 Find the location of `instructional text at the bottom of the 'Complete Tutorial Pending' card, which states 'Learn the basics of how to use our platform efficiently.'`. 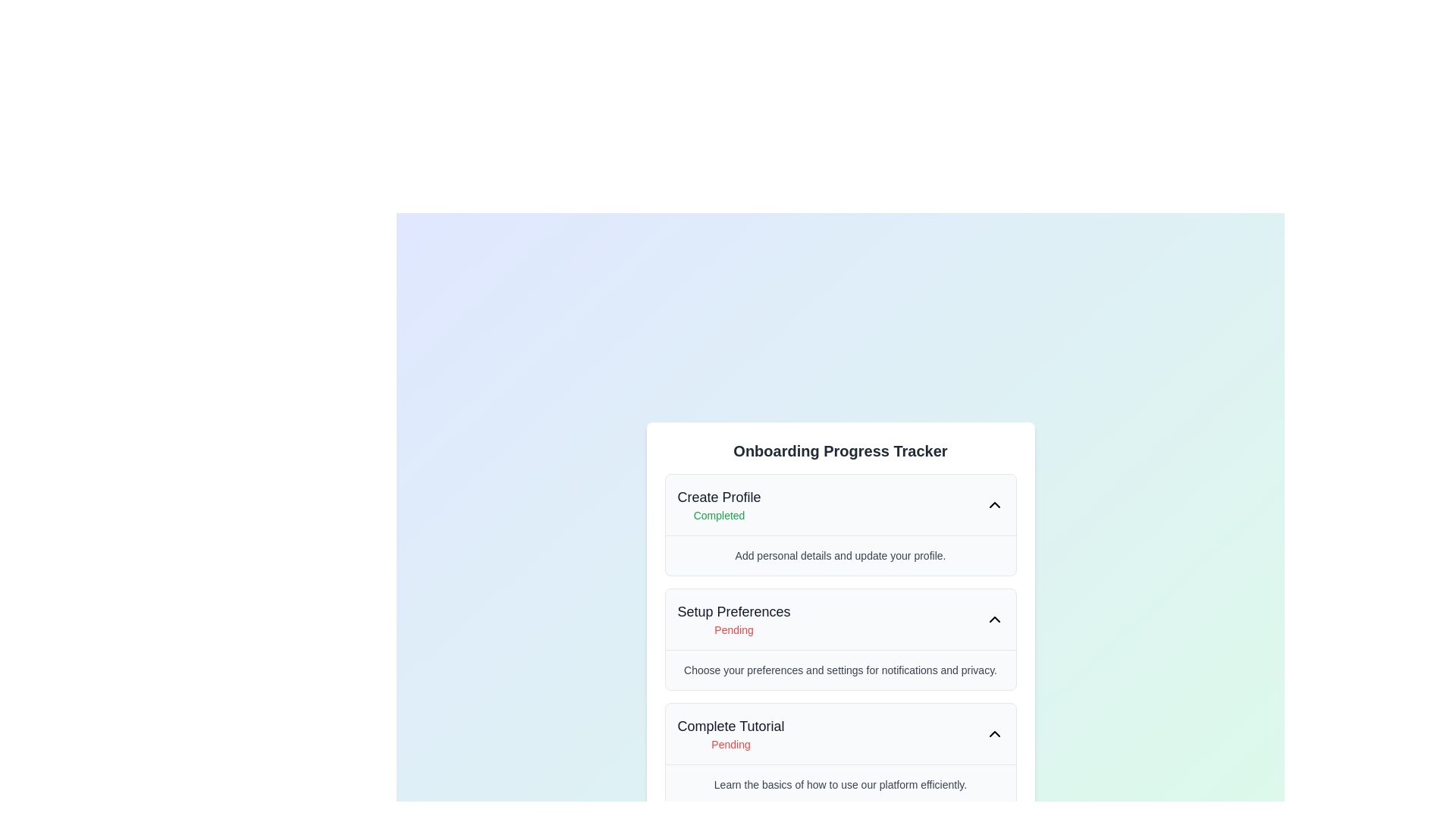

instructional text at the bottom of the 'Complete Tutorial Pending' card, which states 'Learn the basics of how to use our platform efficiently.' is located at coordinates (839, 784).